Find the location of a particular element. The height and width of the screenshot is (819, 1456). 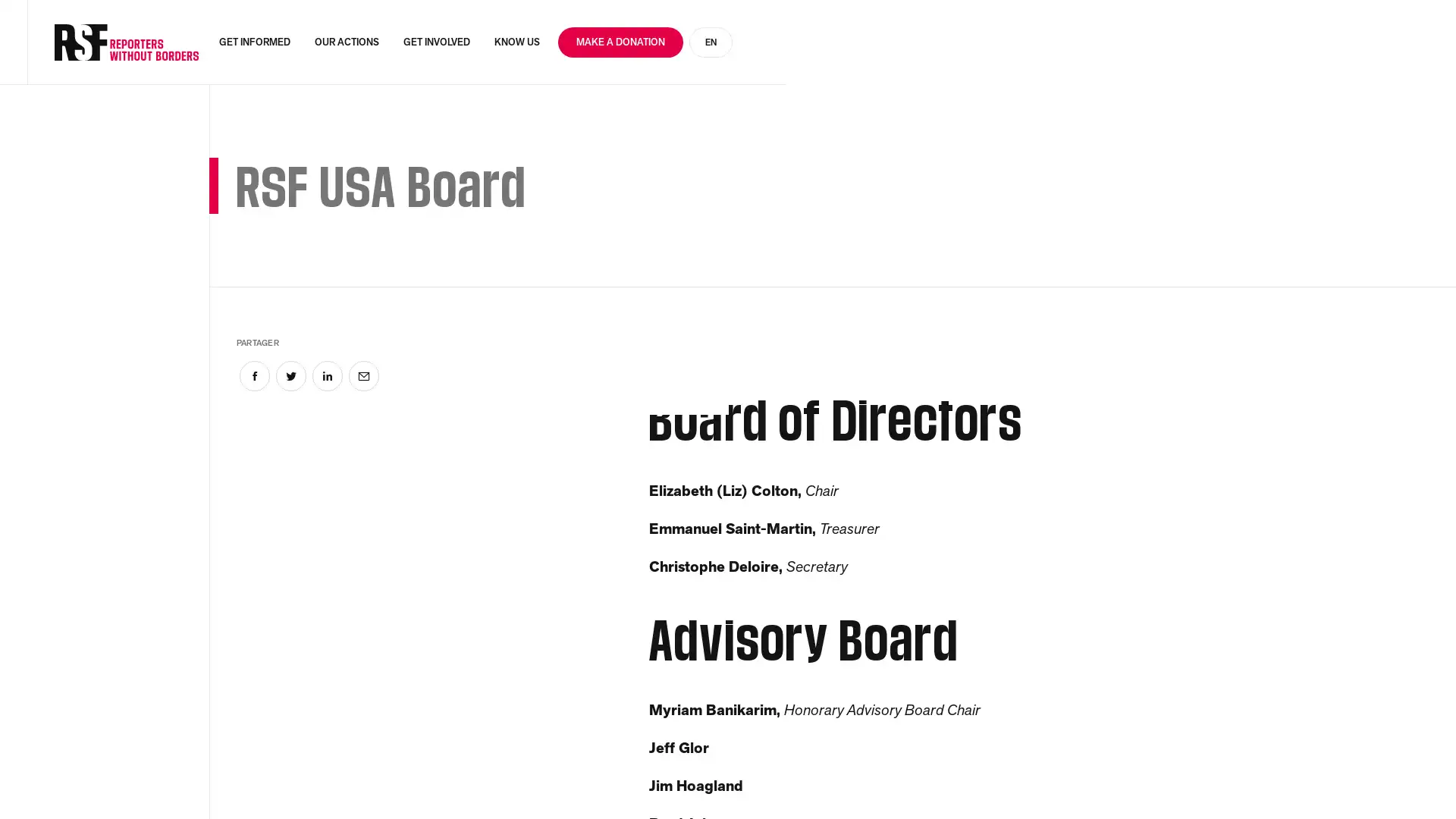

Accept everything is located at coordinates (921, 780).